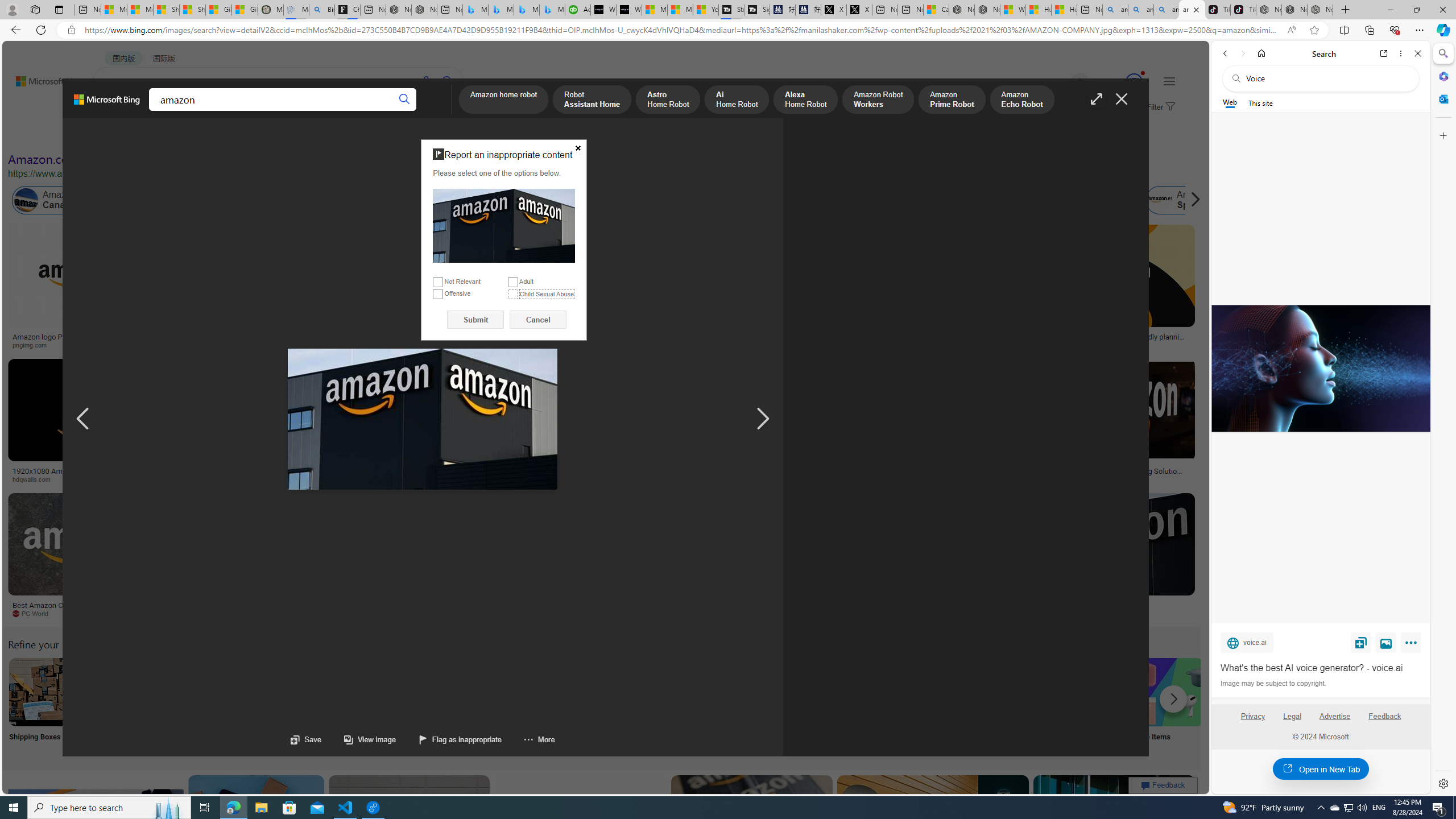 This screenshot has width=1456, height=819. Describe the element at coordinates (42, 691) in the screenshot. I see `'Amazon Shipping Boxes'` at that location.